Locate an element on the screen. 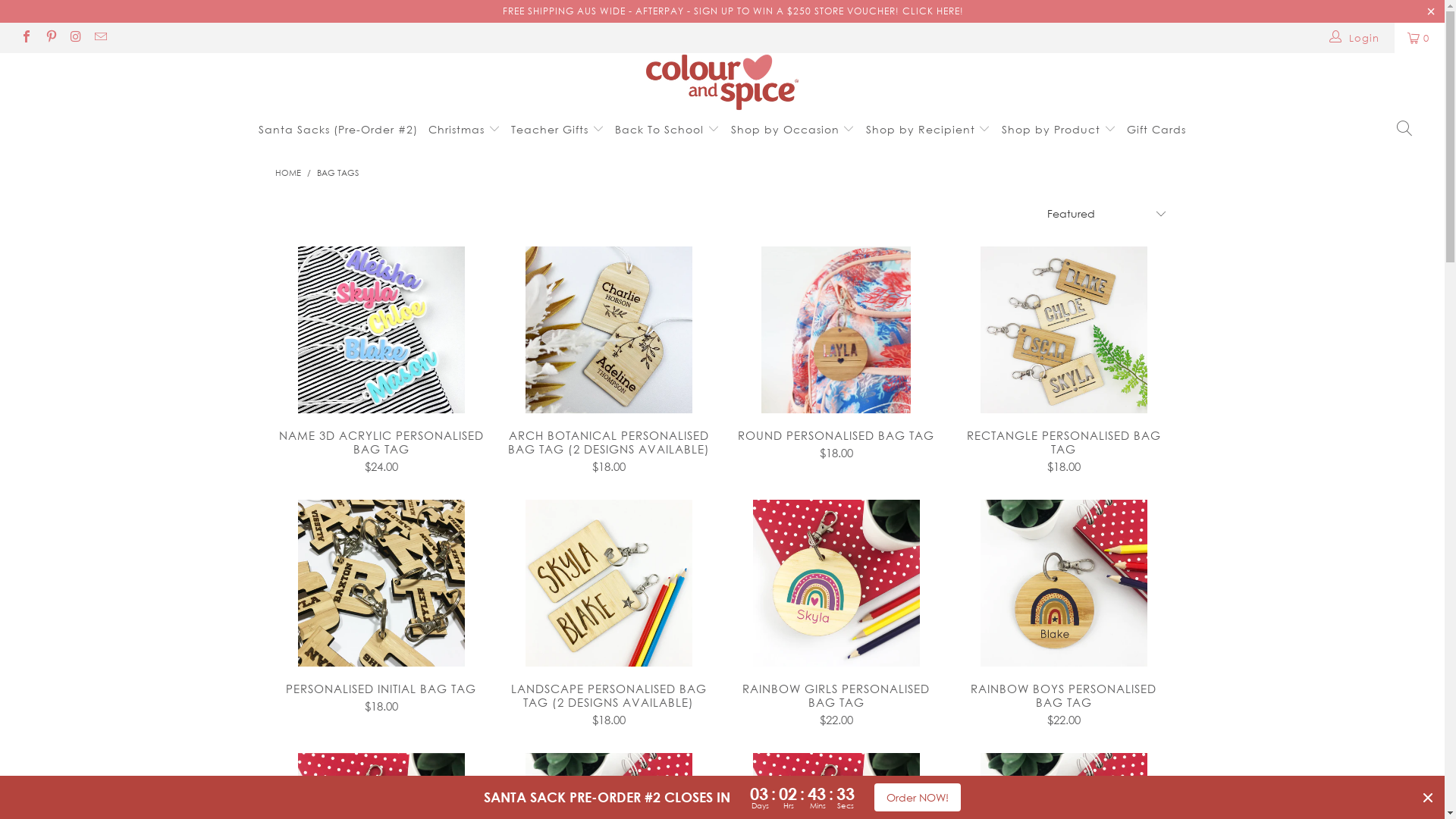  '0' is located at coordinates (1419, 37).